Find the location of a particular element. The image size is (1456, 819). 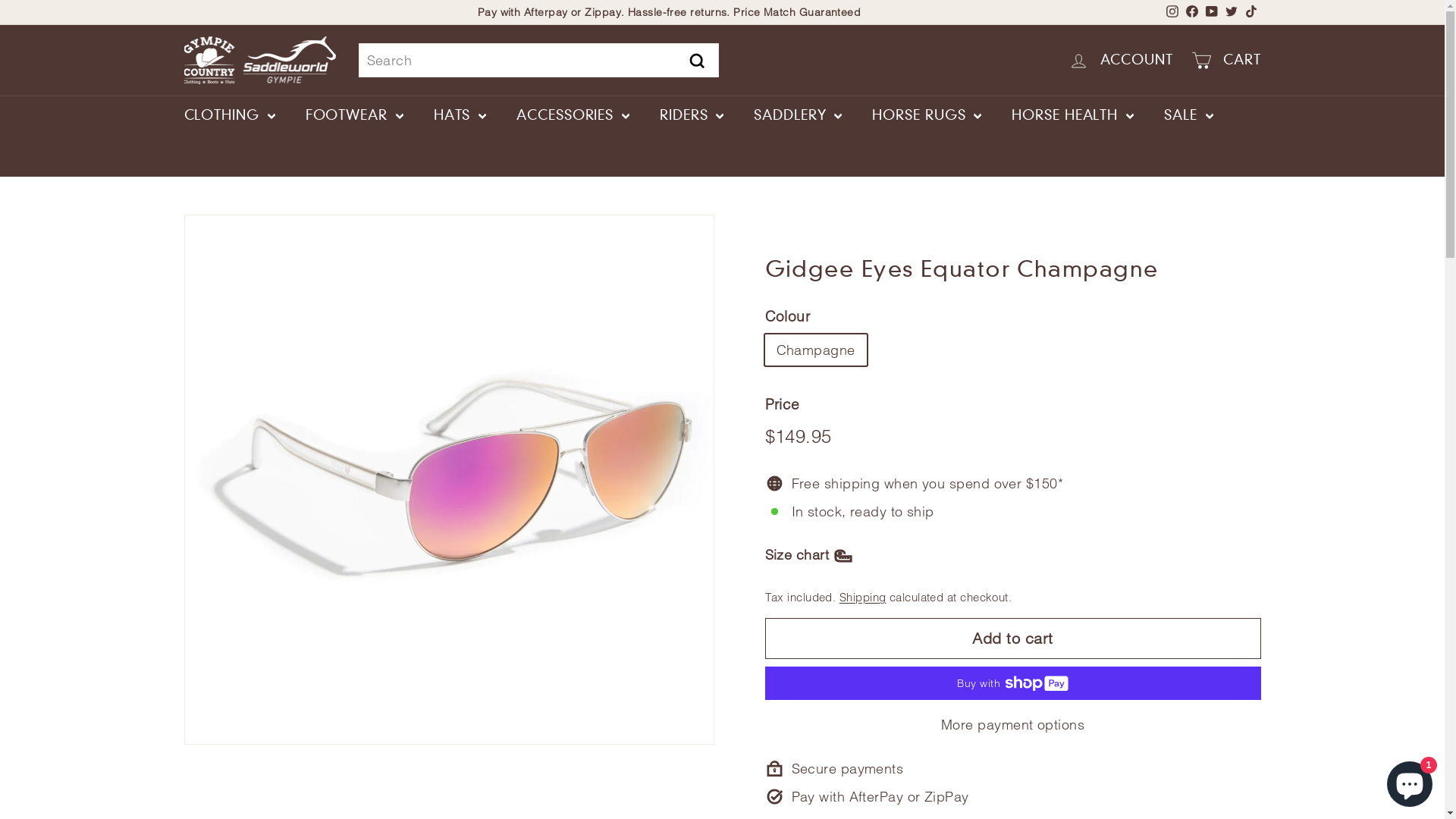

'Facebook' is located at coordinates (1190, 12).